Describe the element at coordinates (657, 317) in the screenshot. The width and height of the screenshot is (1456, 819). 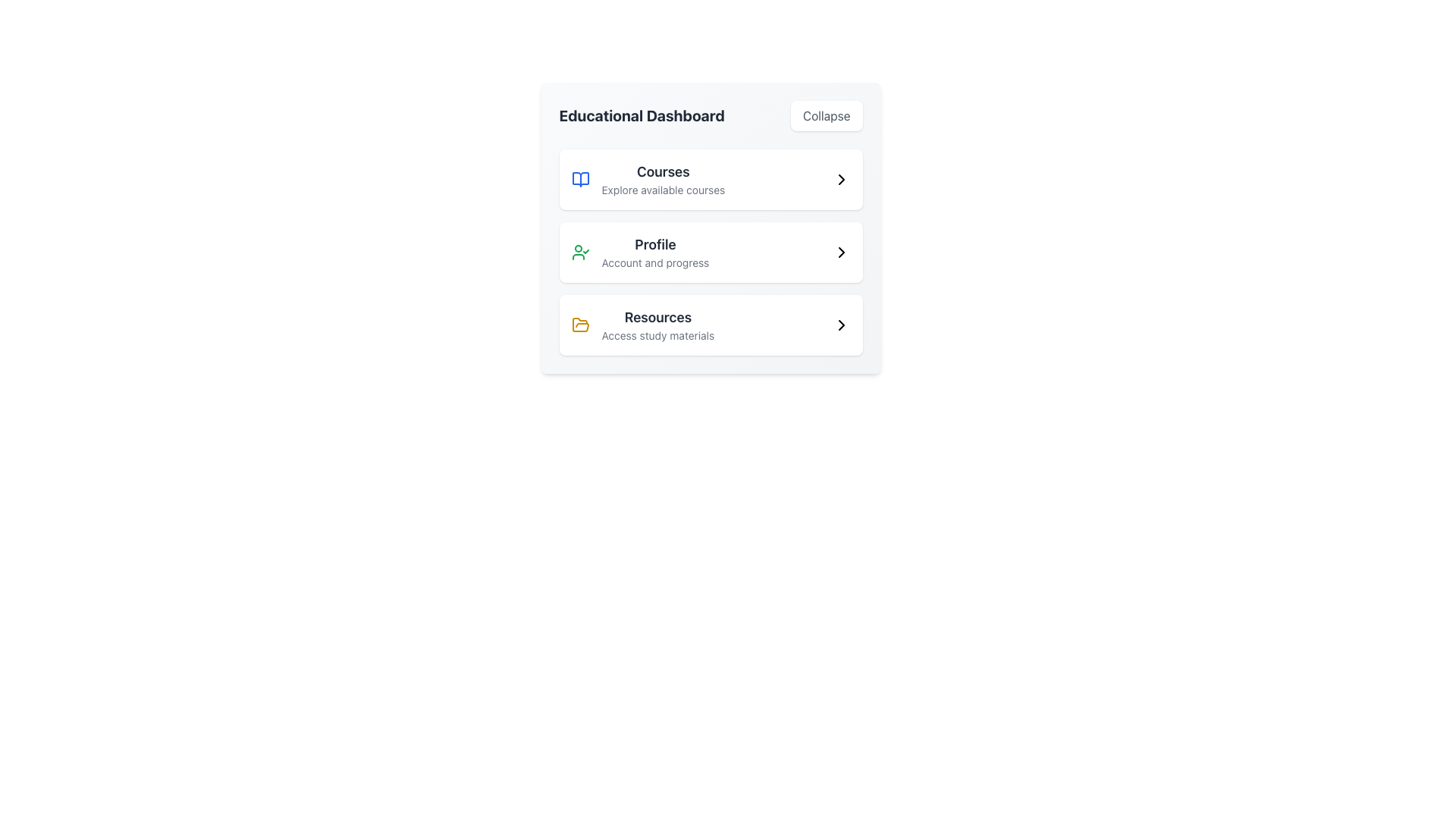
I see `'Resources' text label, which is the primary text in the third item of the list on the dashboard interface, styled in bold dark gray and aligned with an orange folder icon` at that location.